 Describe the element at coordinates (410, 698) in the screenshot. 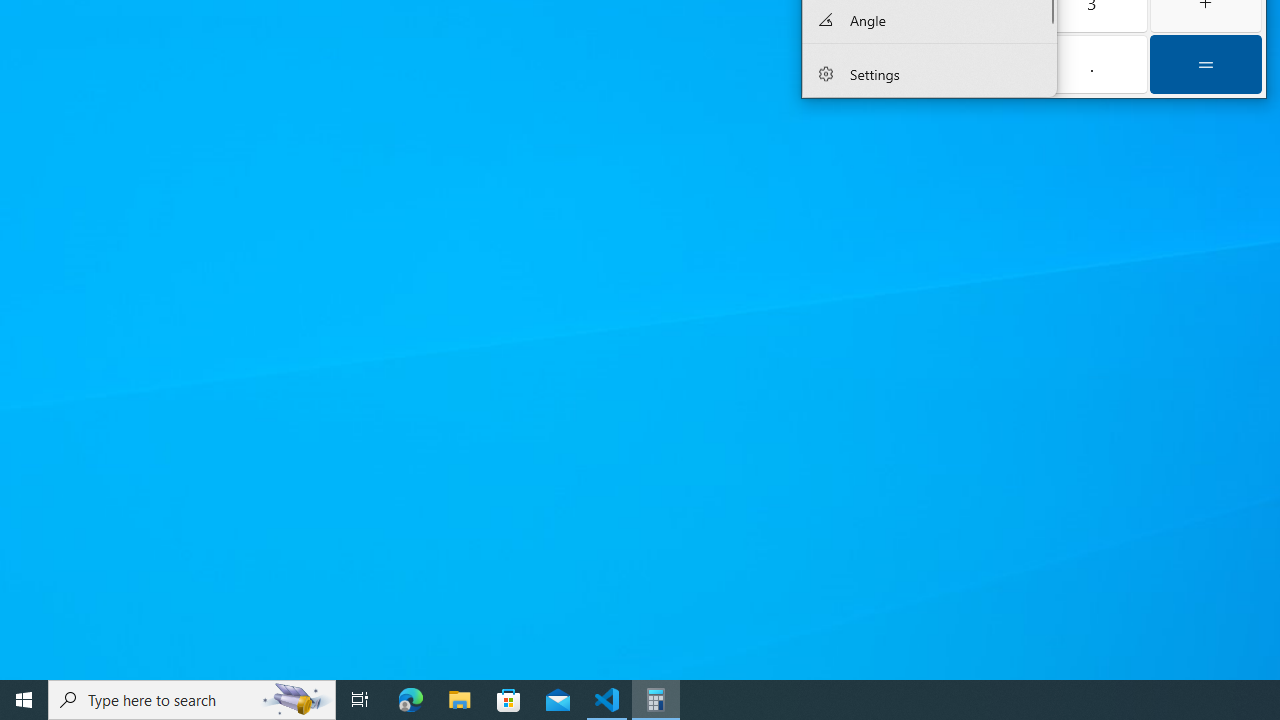

I see `'Microsoft Edge'` at that location.